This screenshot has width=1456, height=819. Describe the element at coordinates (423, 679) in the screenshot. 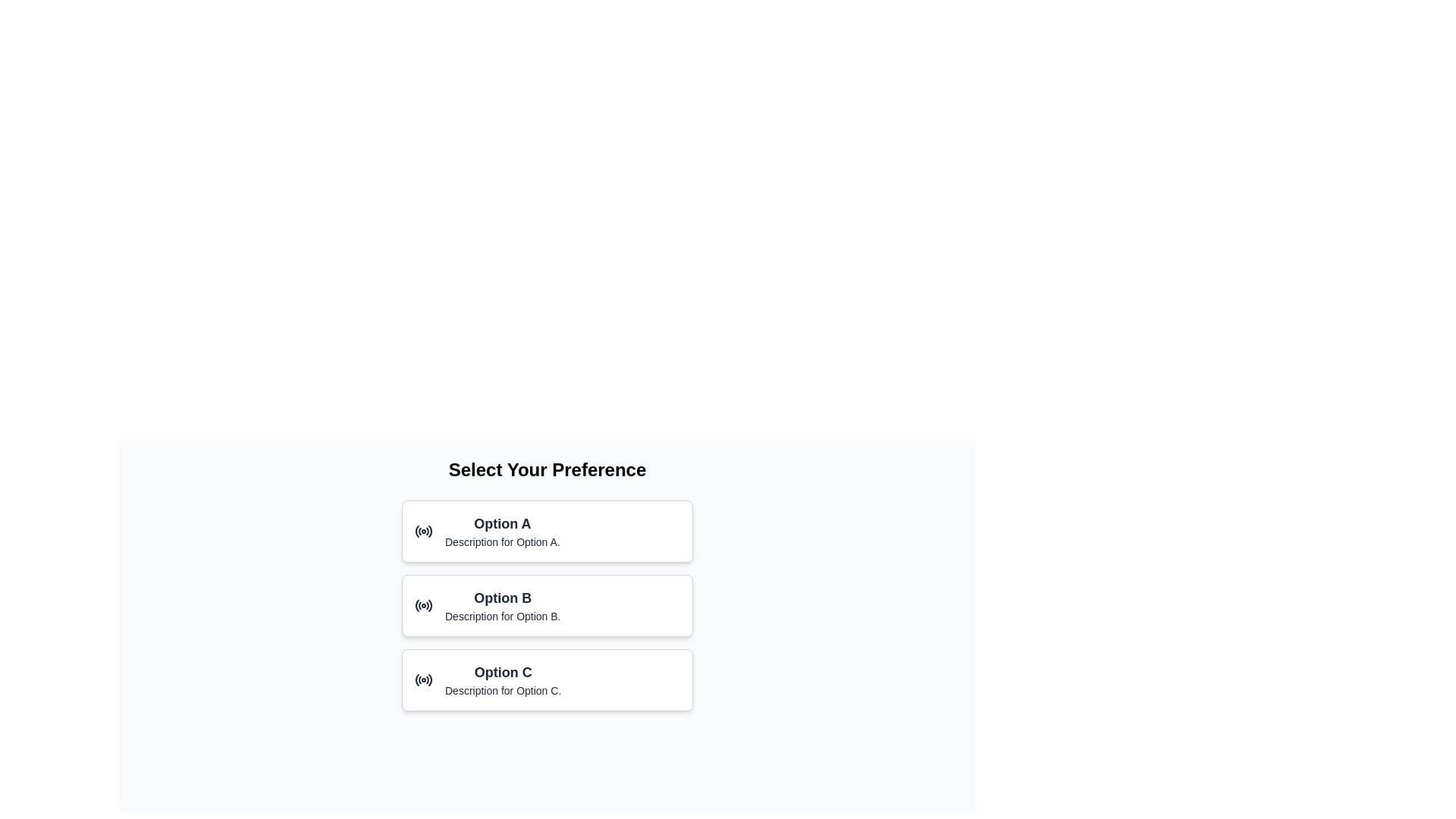

I see `the radio button icon representing 'Option C'` at that location.